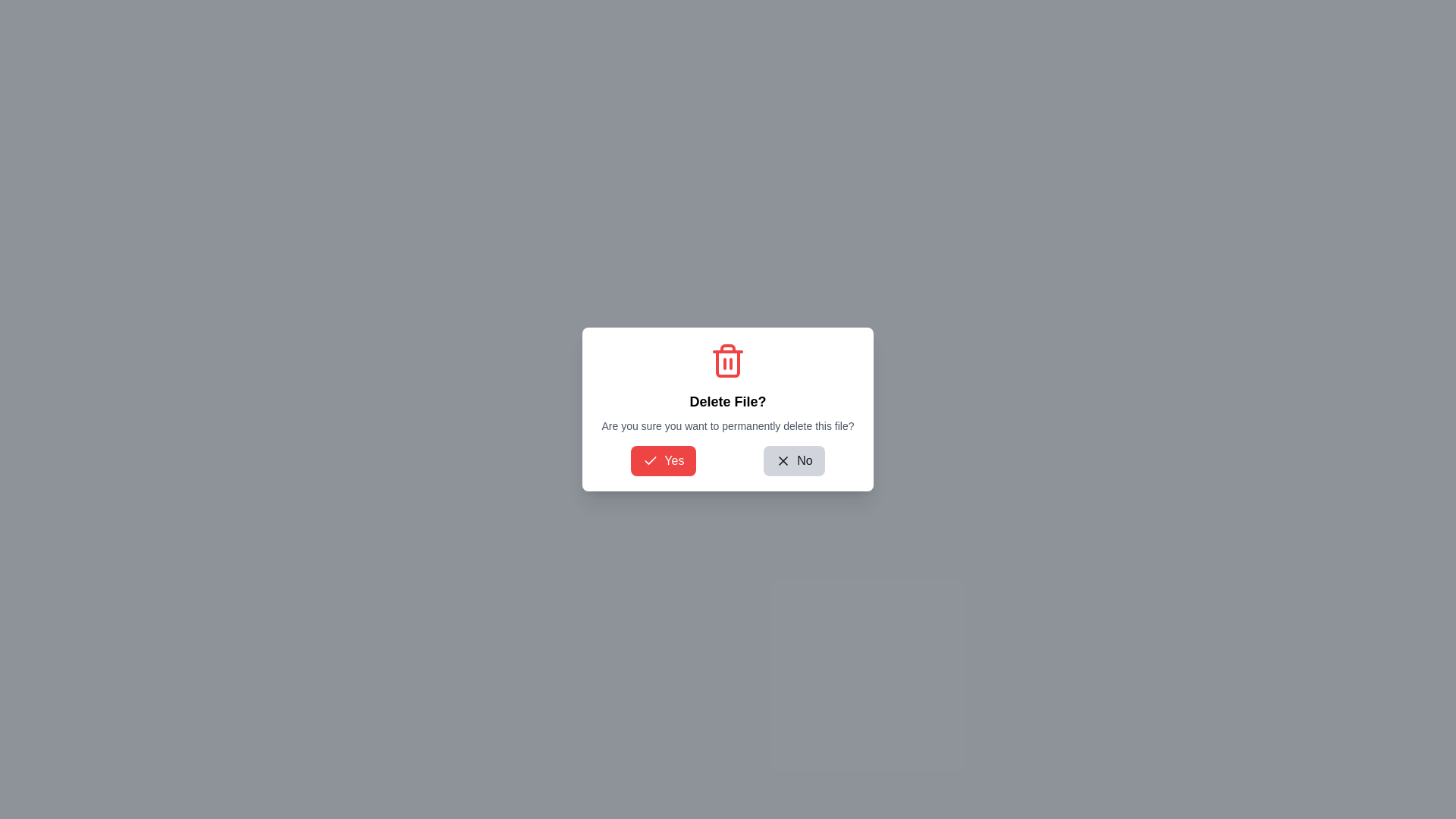 The width and height of the screenshot is (1456, 819). I want to click on the cancel icon associated with the 'No' button in the confirmation dialog, so click(783, 460).